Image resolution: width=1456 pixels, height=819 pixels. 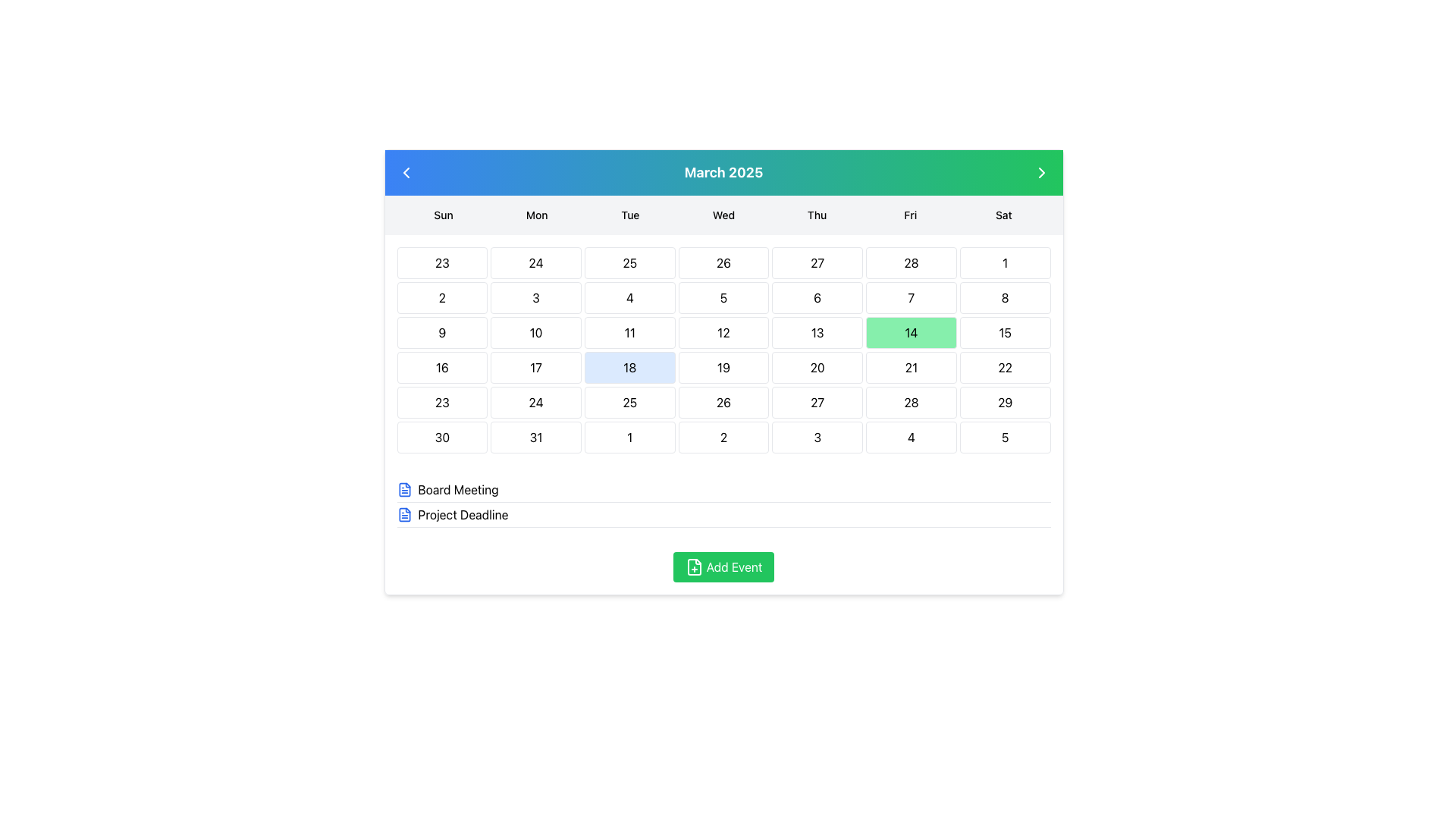 What do you see at coordinates (1005, 402) in the screenshot?
I see `the calendar day cell displaying the number '29', which is located in the last row and sixth column of the March 2025 calendar` at bounding box center [1005, 402].